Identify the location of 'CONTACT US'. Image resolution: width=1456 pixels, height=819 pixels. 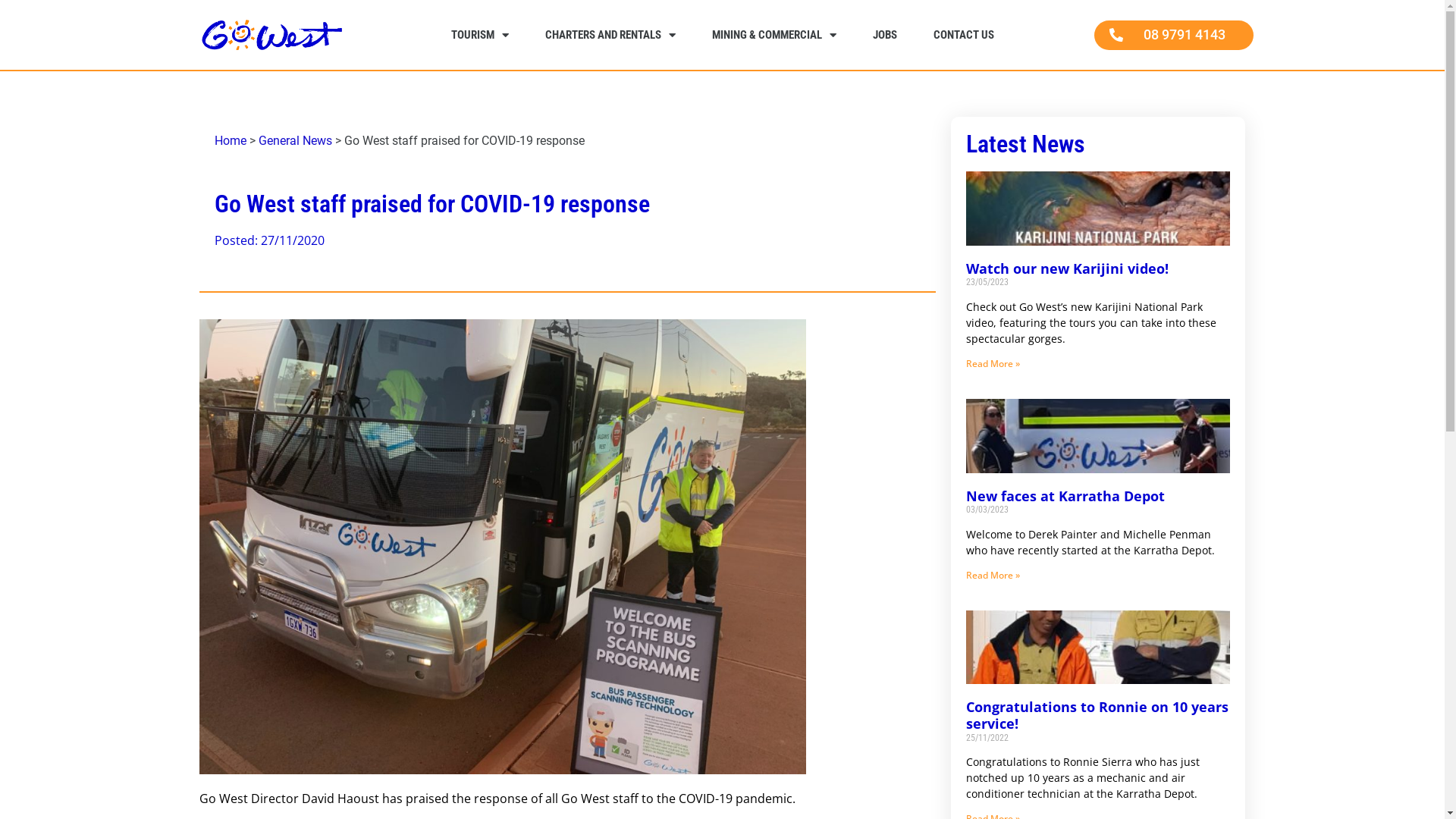
(962, 34).